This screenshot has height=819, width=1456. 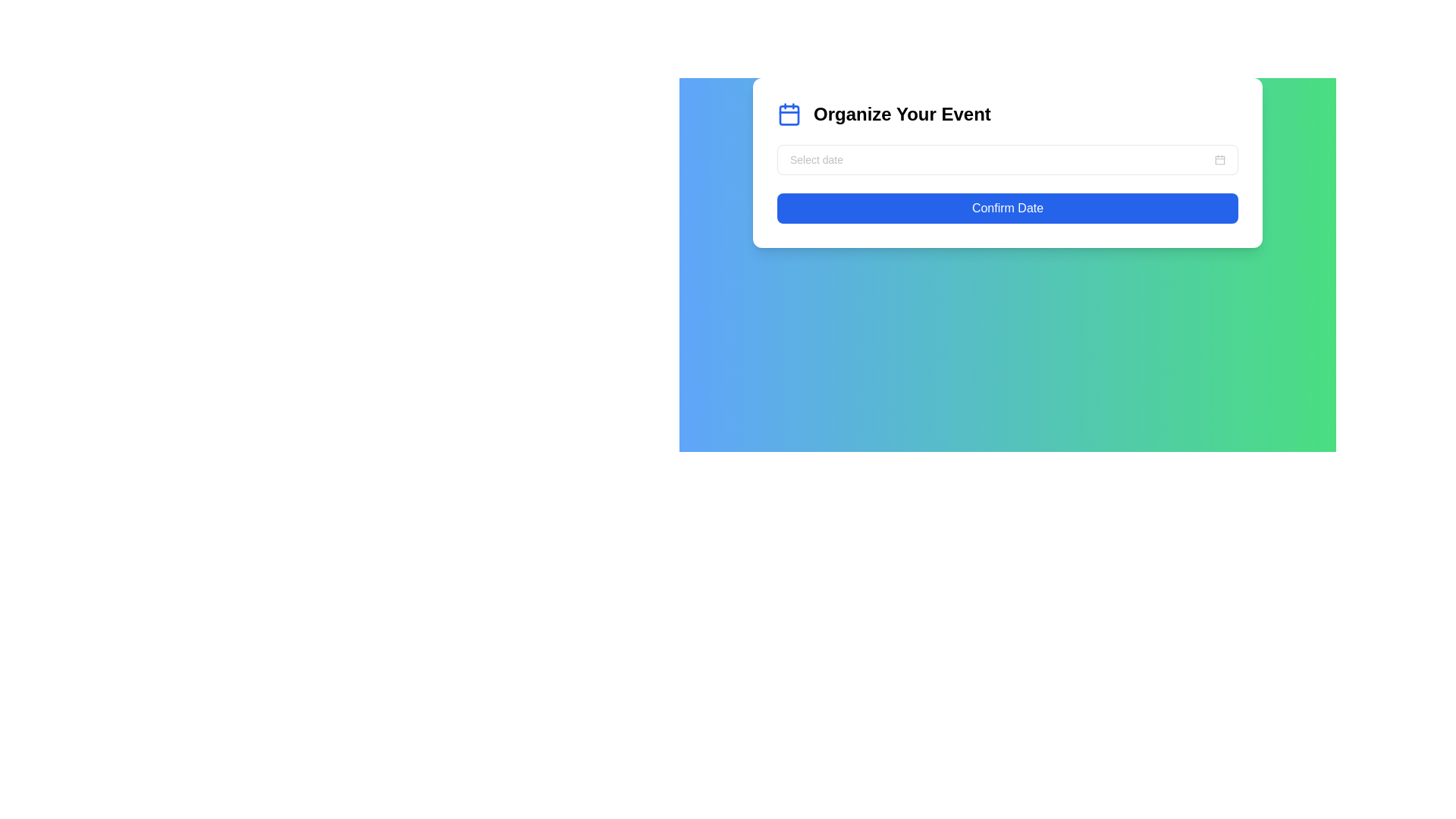 I want to click on the 'Confirm Date' button with a blue background and white text, located at the bottom of the 'Organize Your Event' panel, to trigger tooltip or visual feedback, so click(x=1008, y=208).